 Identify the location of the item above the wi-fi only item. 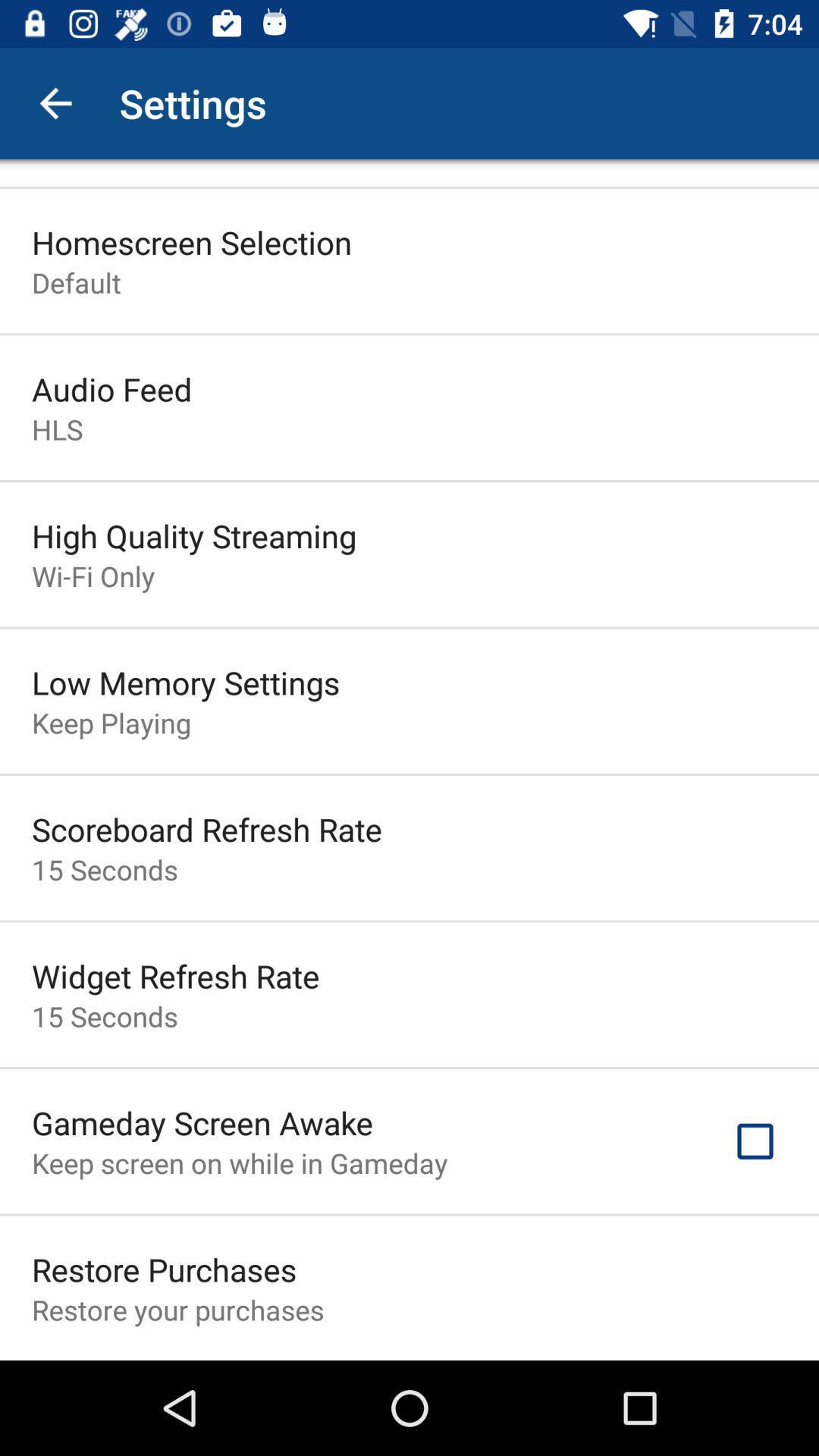
(193, 535).